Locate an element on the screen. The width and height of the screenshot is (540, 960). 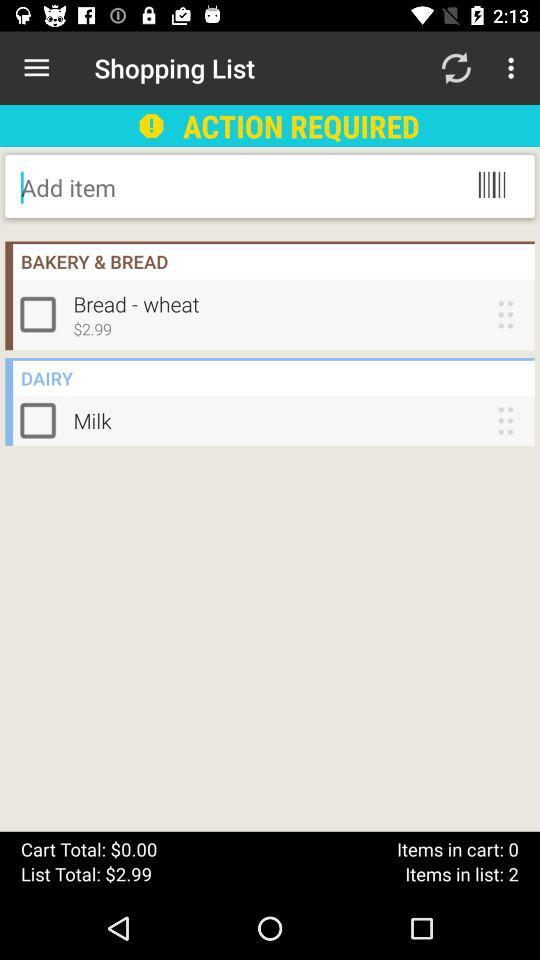
icon to the right of action required item is located at coordinates (455, 68).